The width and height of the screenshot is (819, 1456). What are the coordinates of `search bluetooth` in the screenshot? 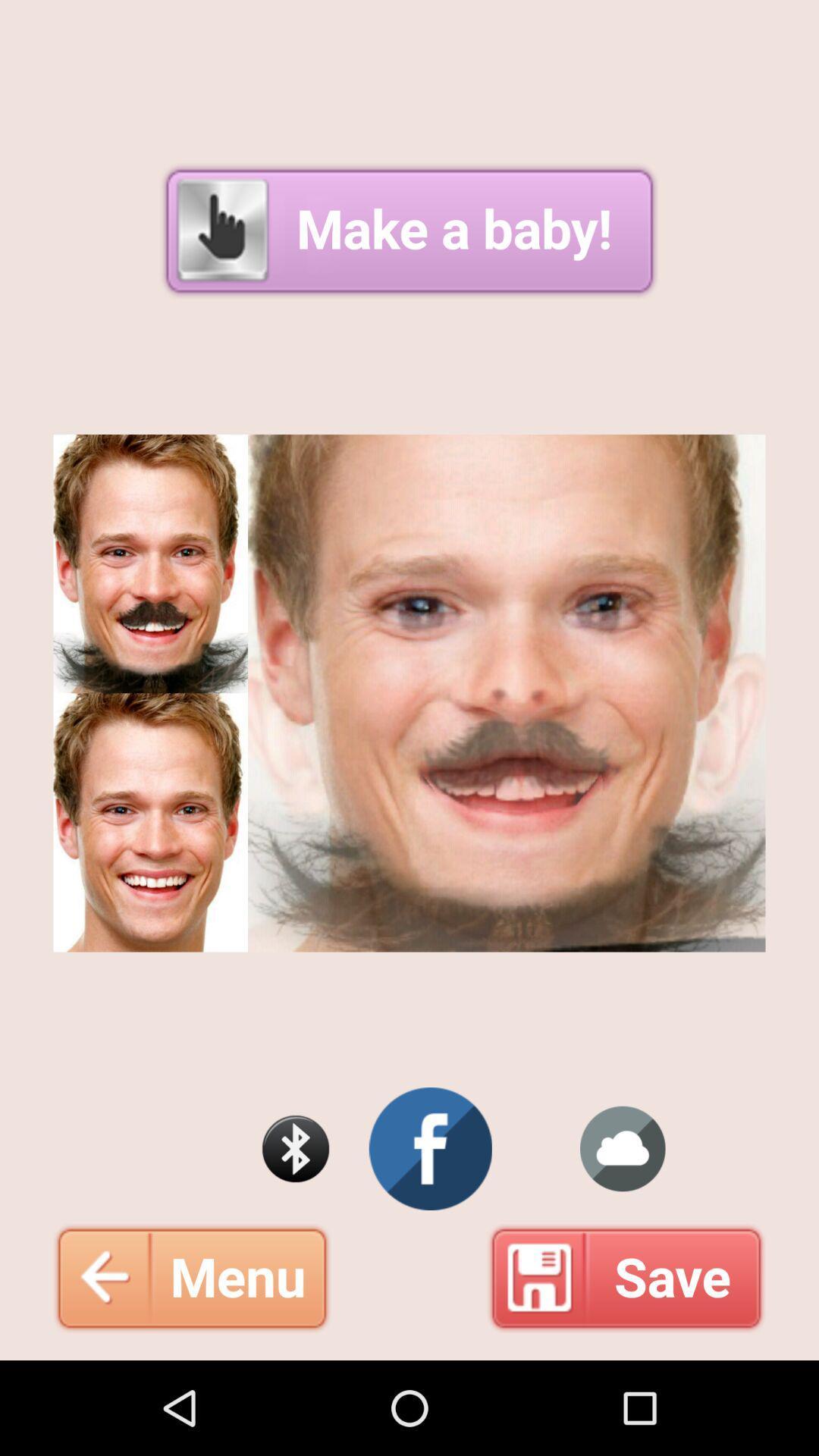 It's located at (295, 1149).